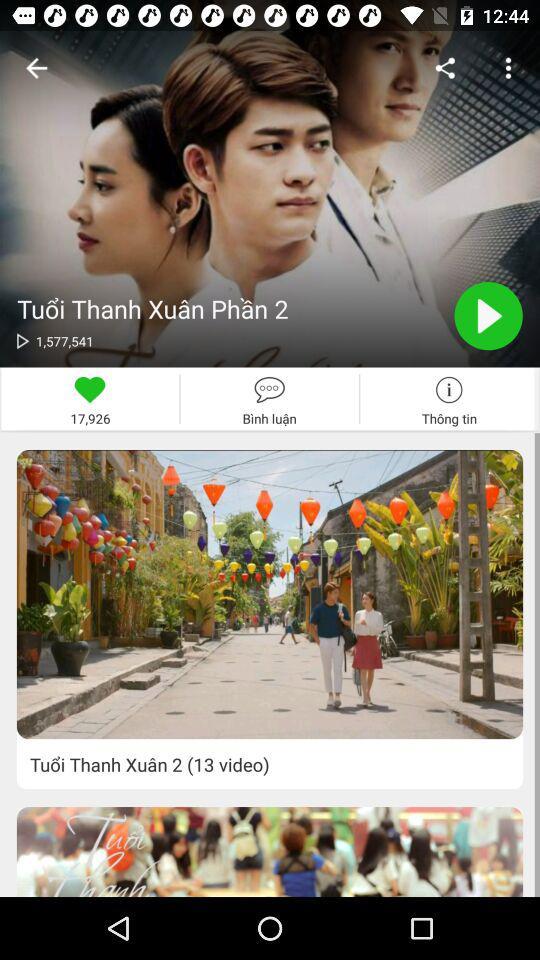  What do you see at coordinates (89, 398) in the screenshot?
I see `the first tab on left side of the web page` at bounding box center [89, 398].